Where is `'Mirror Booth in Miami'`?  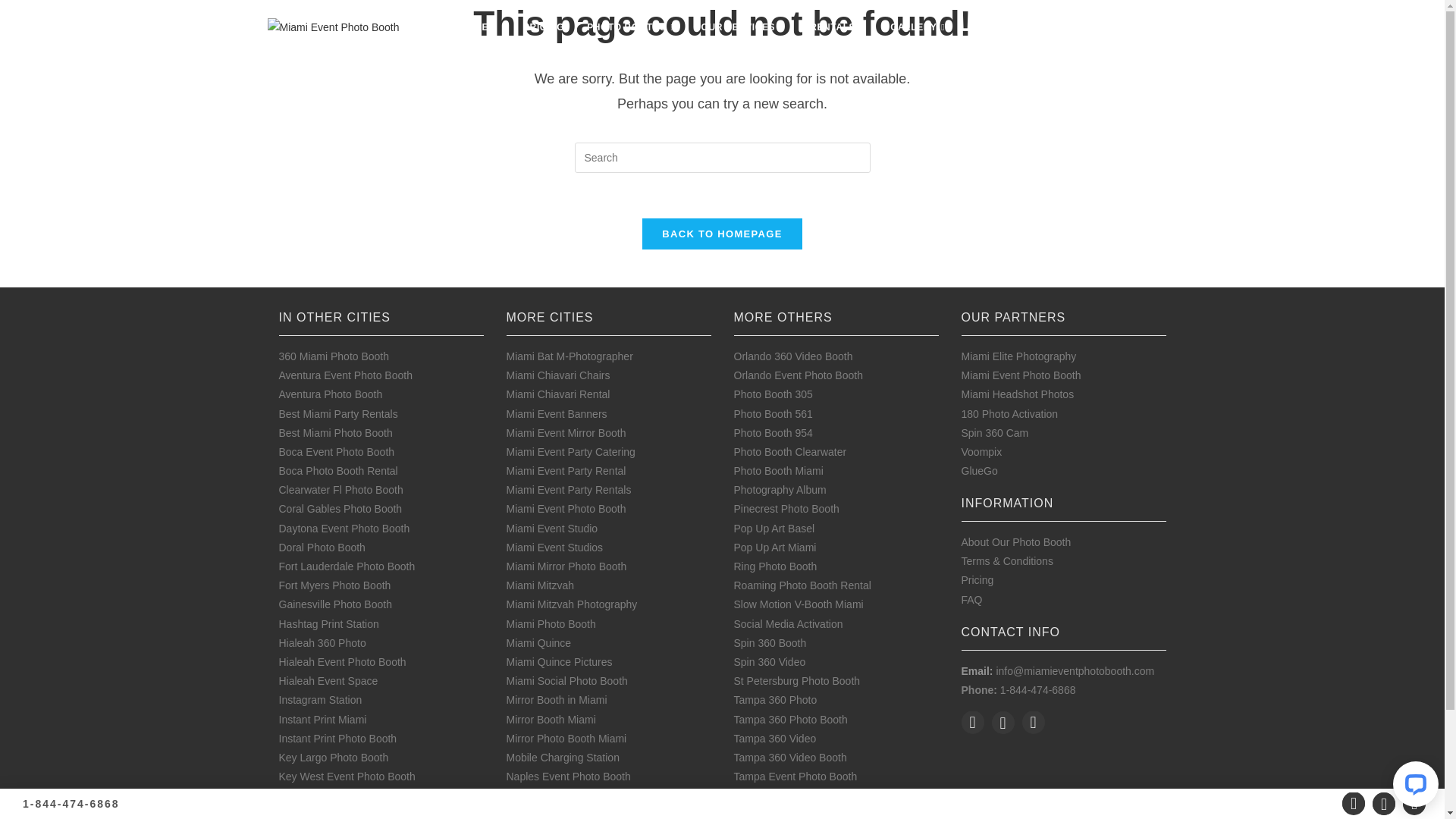
'Mirror Booth in Miami' is located at coordinates (556, 699).